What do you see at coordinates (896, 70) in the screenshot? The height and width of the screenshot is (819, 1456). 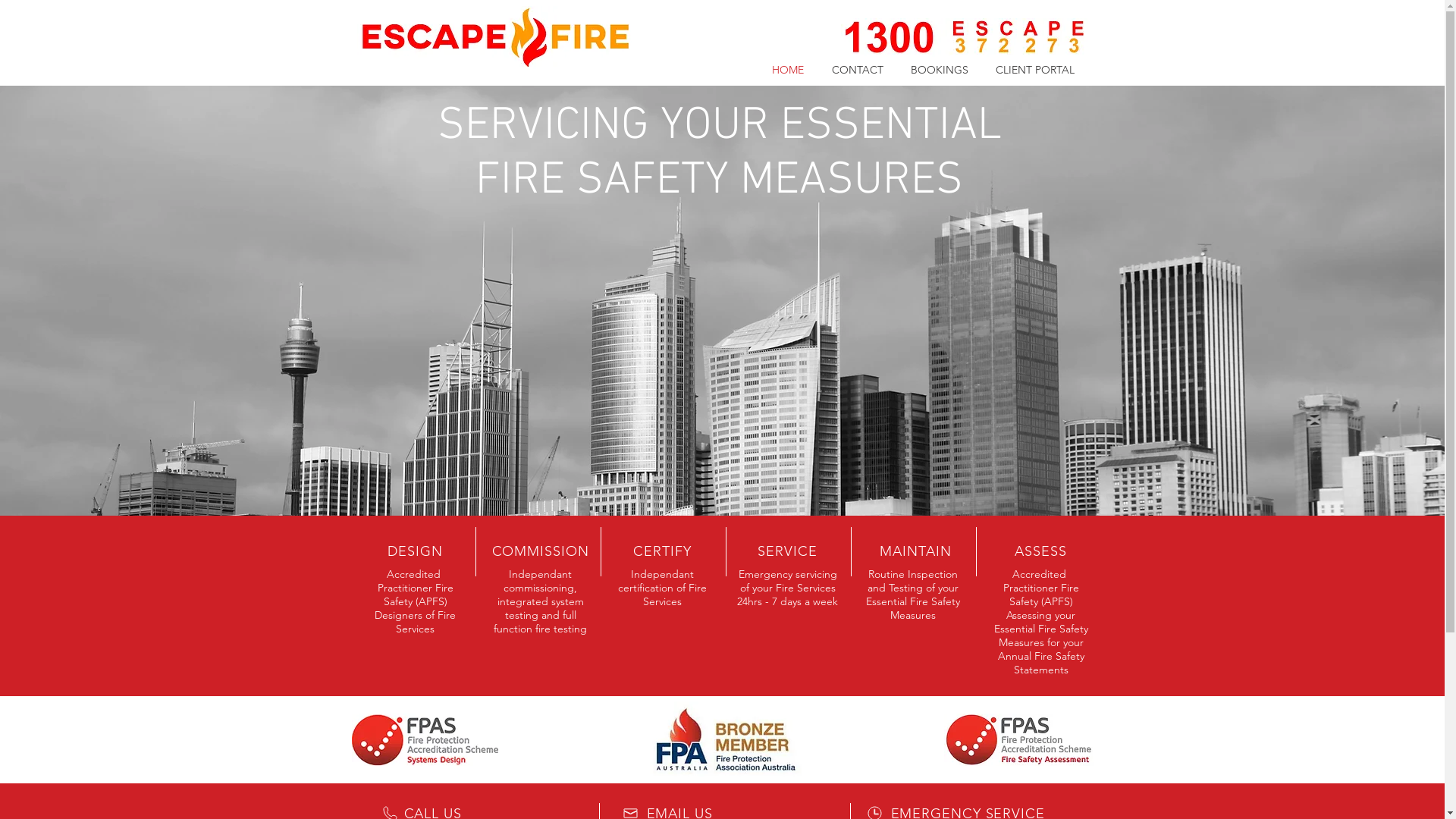 I see `'BOOKINGS'` at bounding box center [896, 70].